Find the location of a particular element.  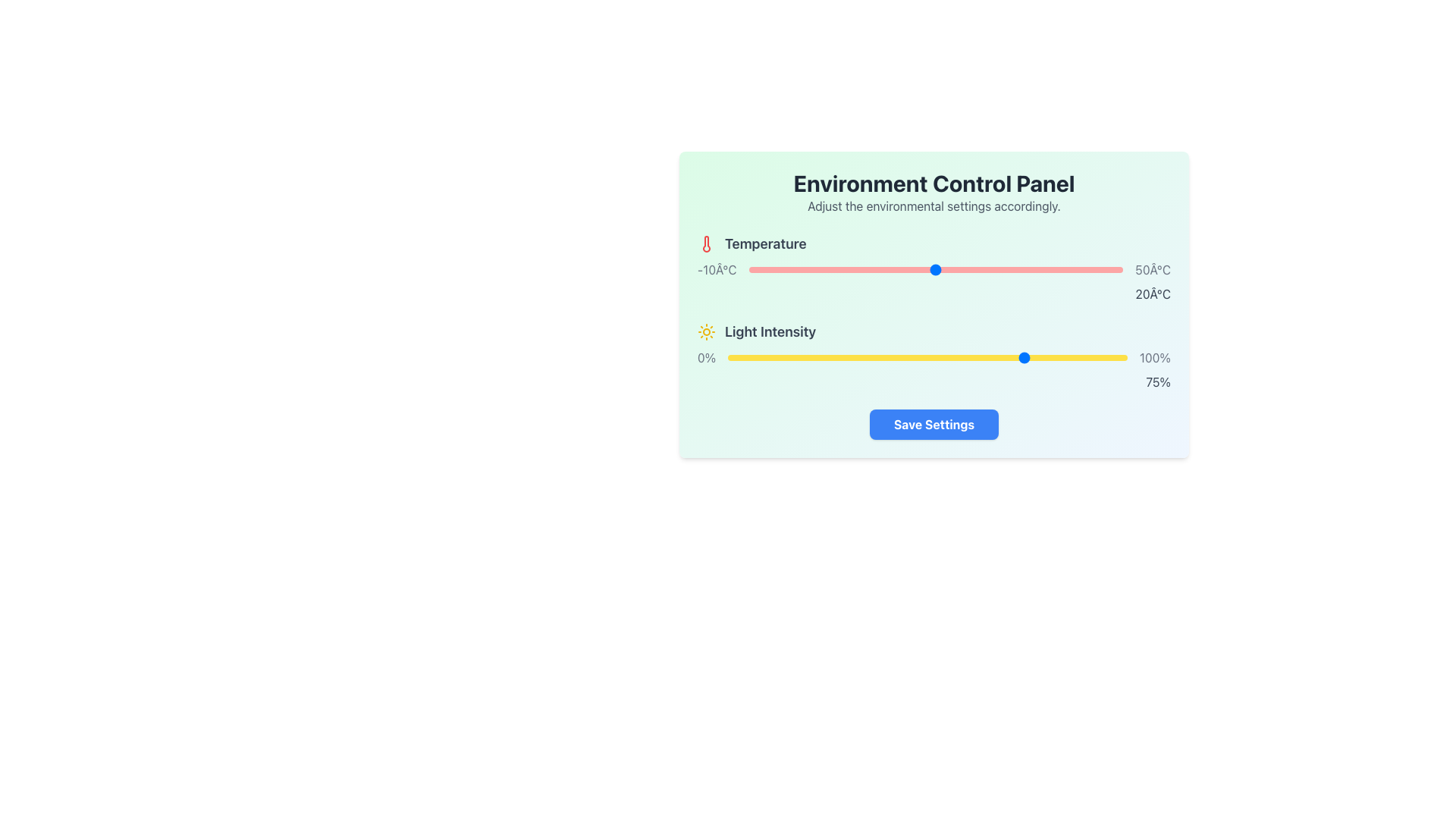

the light intensity is located at coordinates (795, 357).